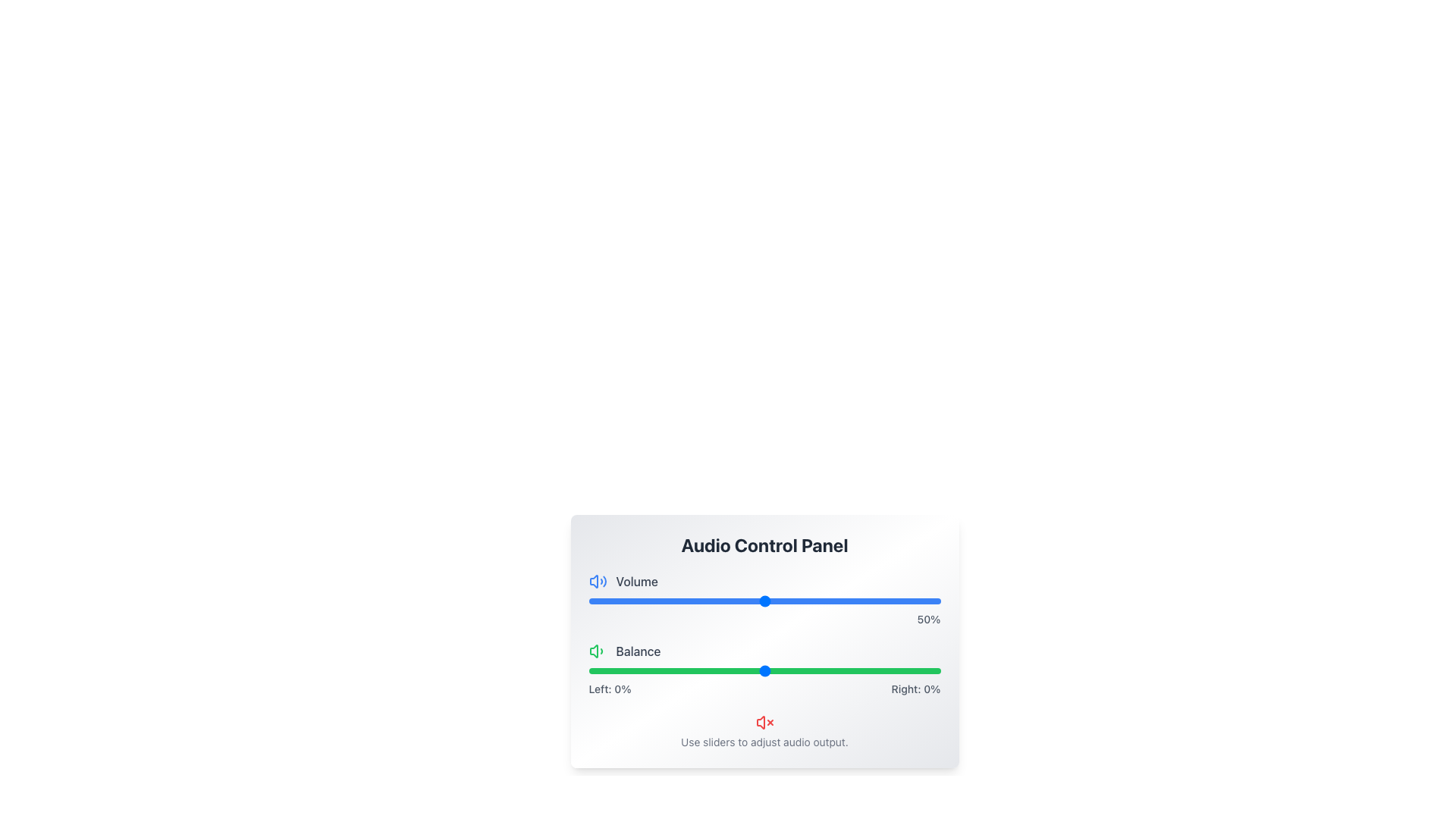 Image resolution: width=1456 pixels, height=819 pixels. Describe the element at coordinates (802, 670) in the screenshot. I see `the balance` at that location.